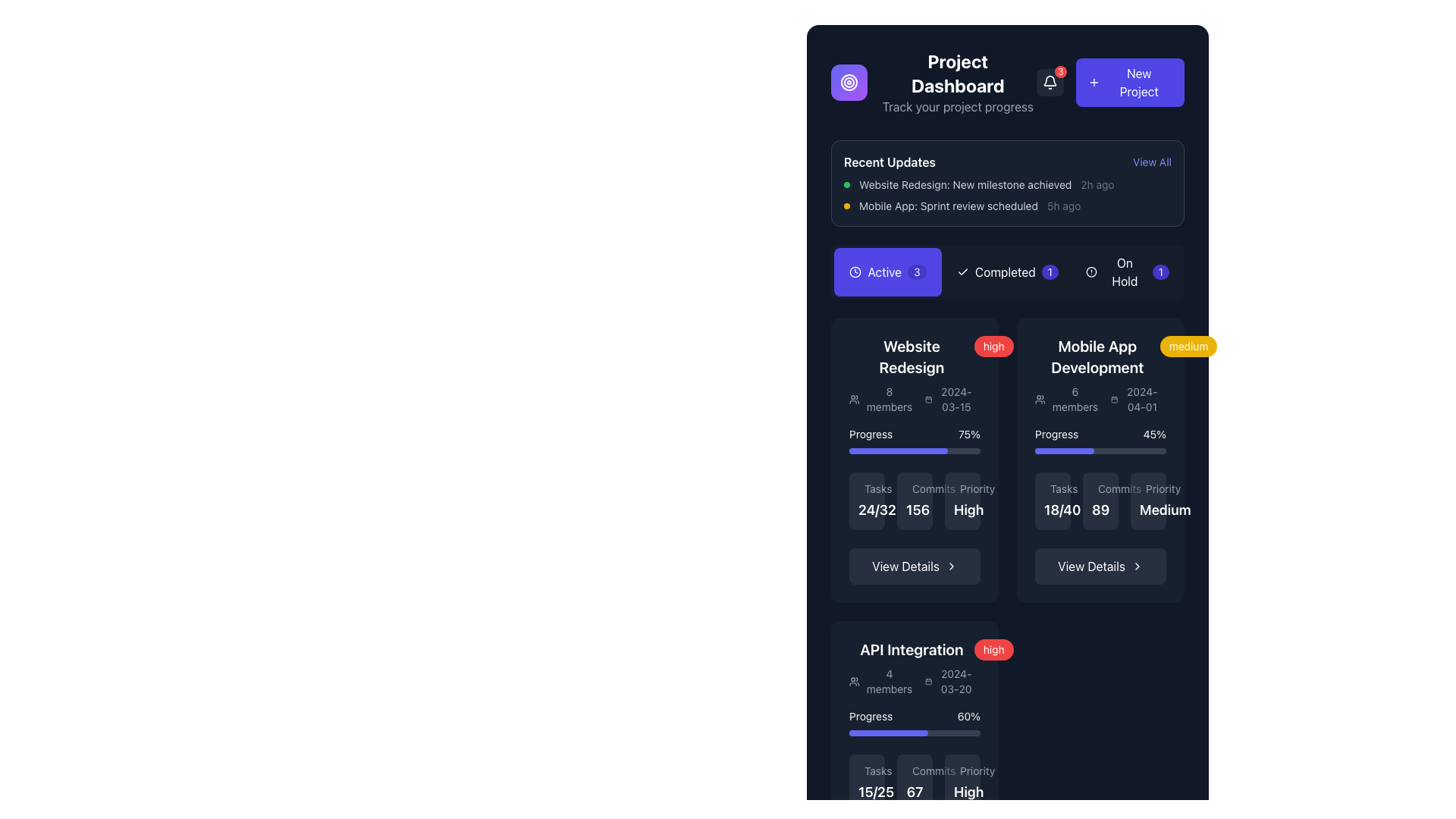 This screenshot has width=1456, height=819. Describe the element at coordinates (968, 510) in the screenshot. I see `the Text label displaying the word 'High', which is styled in bold and larger font, positioned beneath the 'Priority' label within a project details card` at that location.